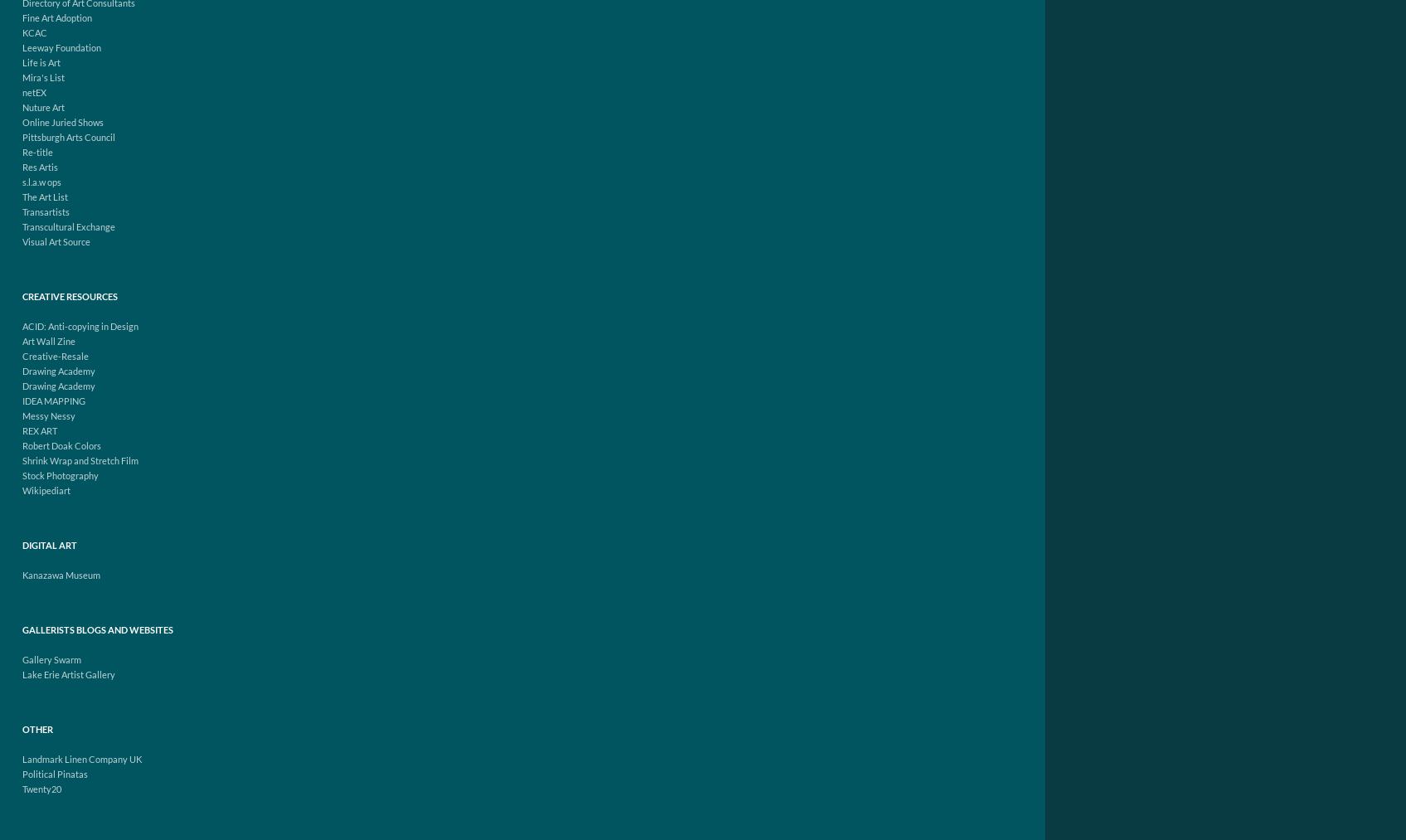 This screenshot has width=1406, height=840. Describe the element at coordinates (22, 544) in the screenshot. I see `'Digital Art'` at that location.